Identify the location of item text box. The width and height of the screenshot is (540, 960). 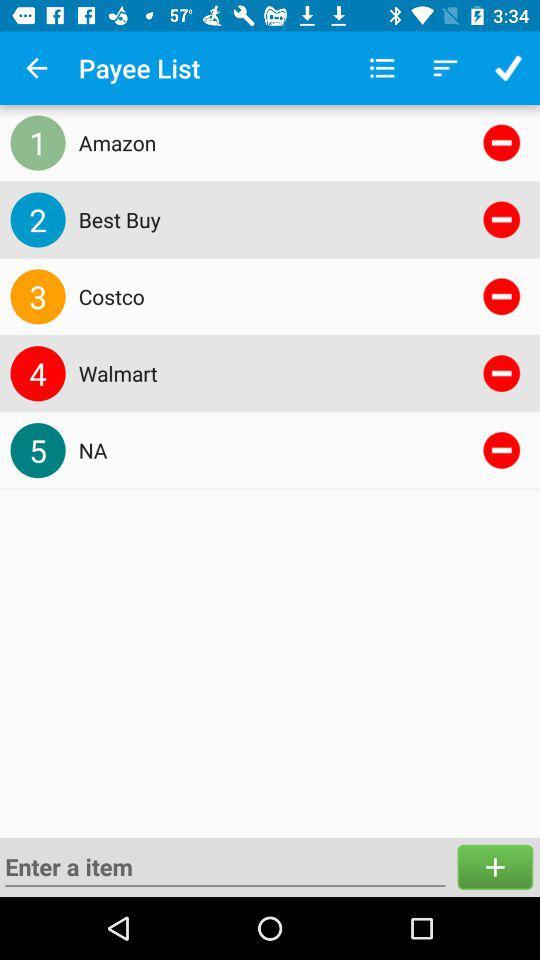
(224, 866).